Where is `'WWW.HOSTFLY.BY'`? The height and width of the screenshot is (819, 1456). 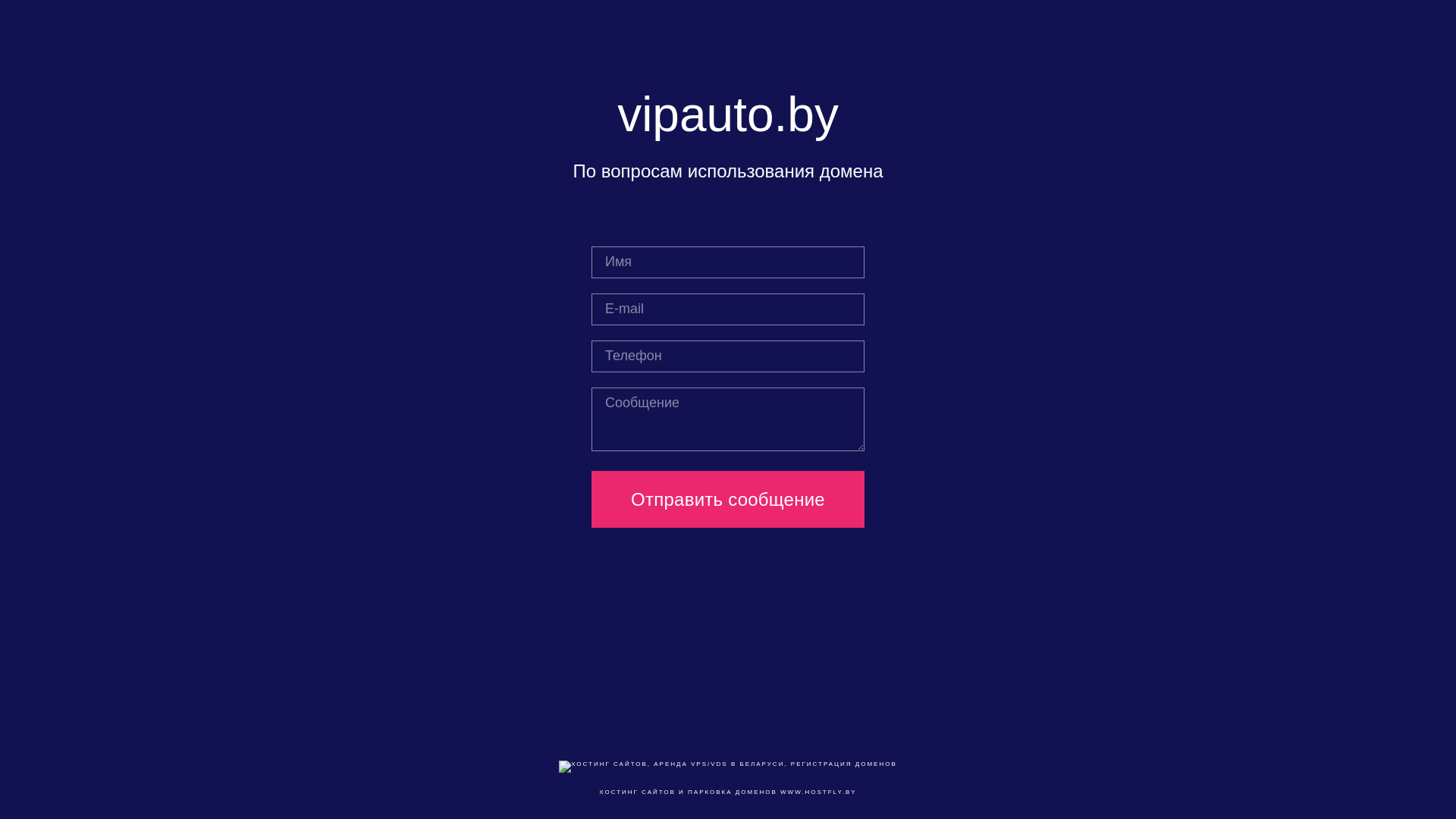 'WWW.HOSTFLY.BY' is located at coordinates (780, 791).